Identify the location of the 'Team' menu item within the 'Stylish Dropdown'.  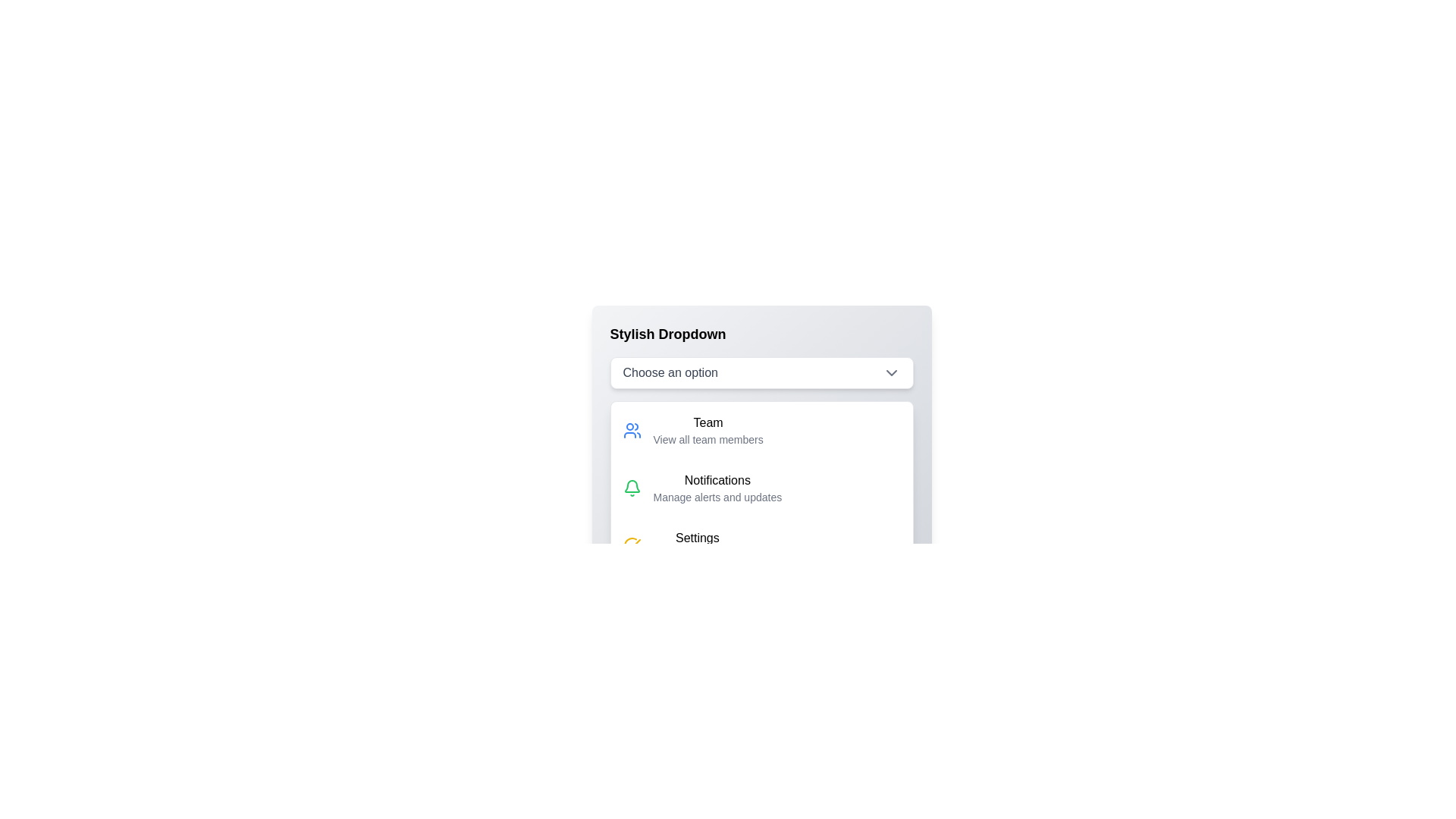
(761, 449).